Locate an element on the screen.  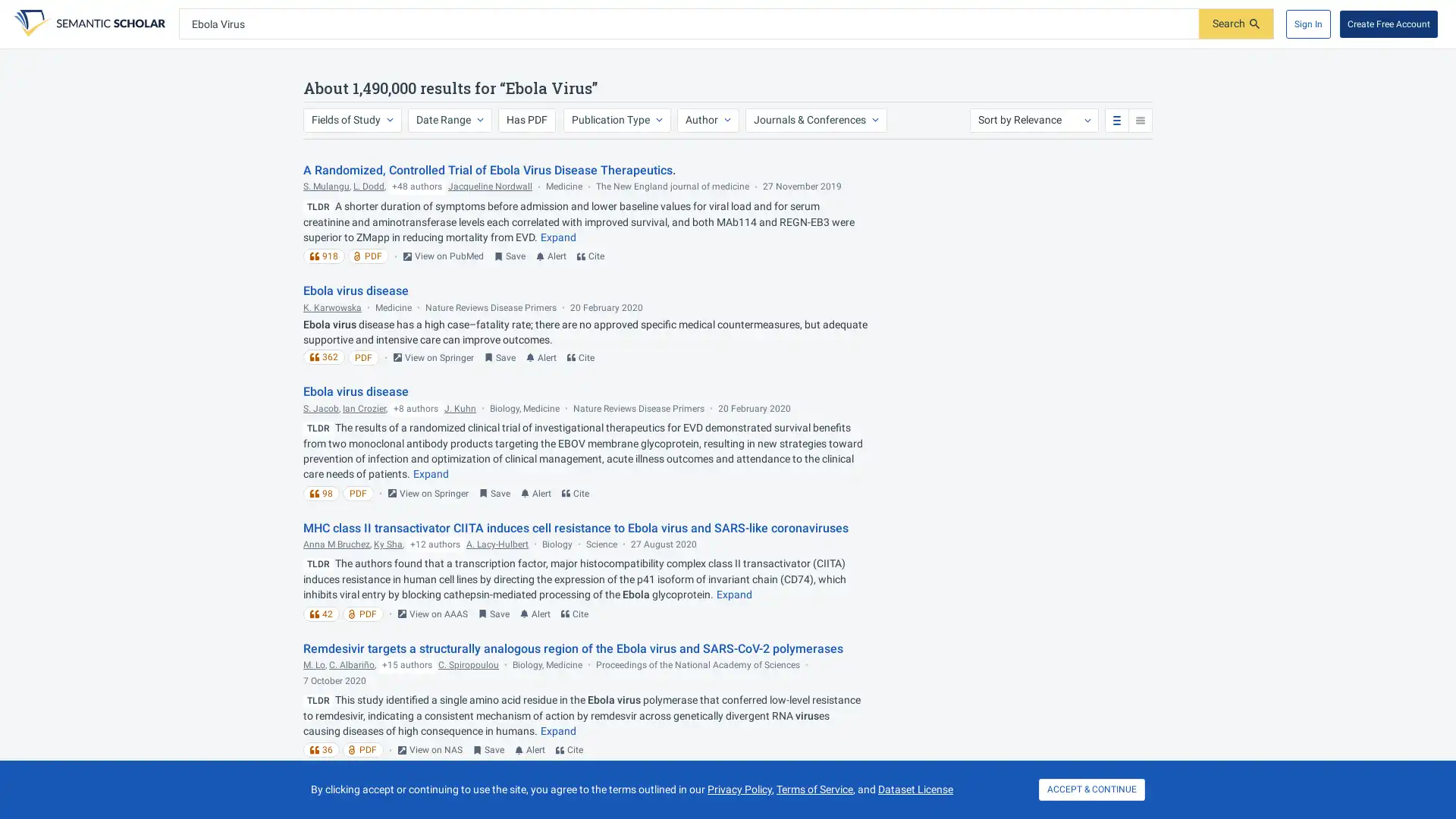
Turn on email alert for this paper is located at coordinates (550, 256).